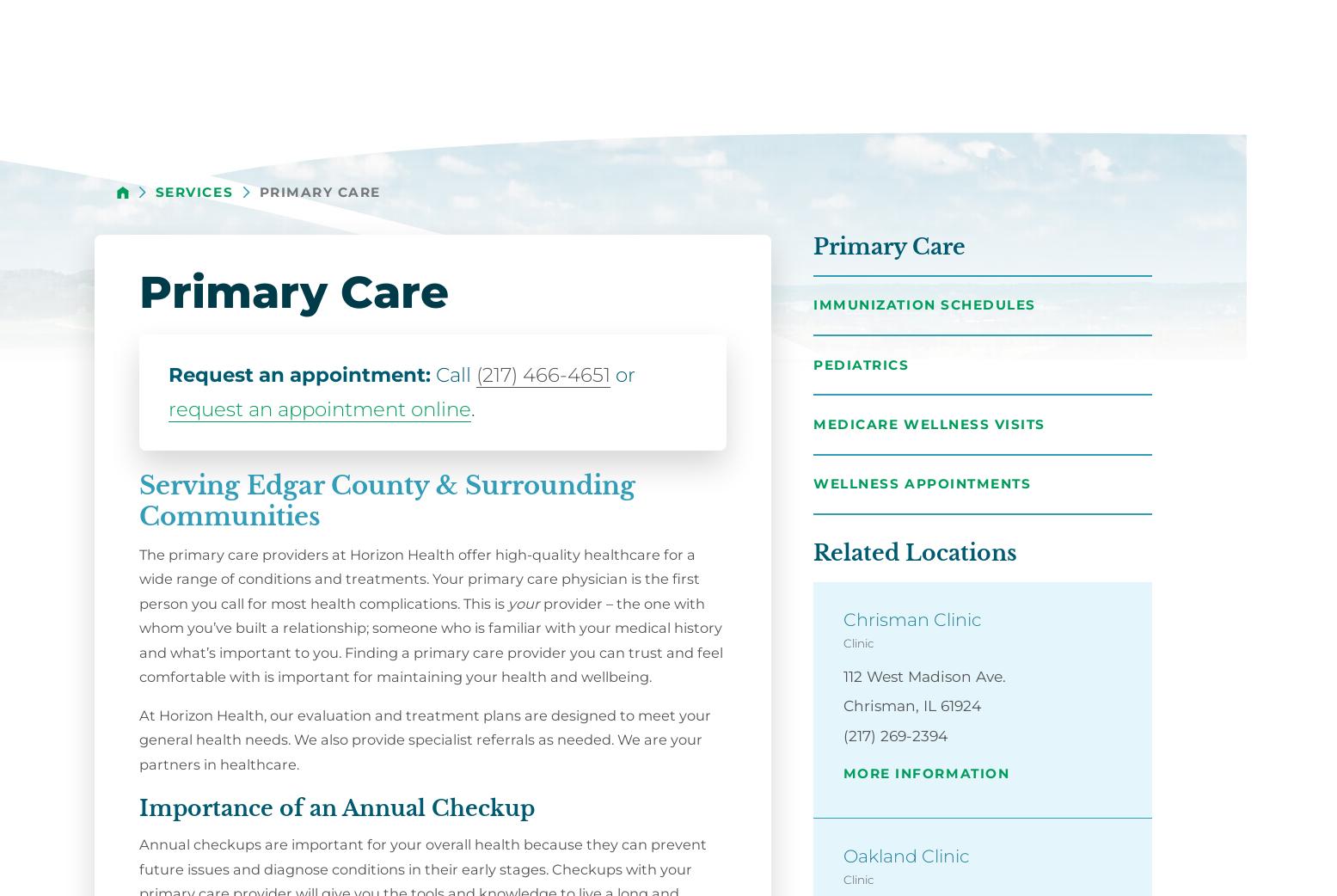  What do you see at coordinates (1150, 474) in the screenshot?
I see `'Community Health Needs Assessment'` at bounding box center [1150, 474].